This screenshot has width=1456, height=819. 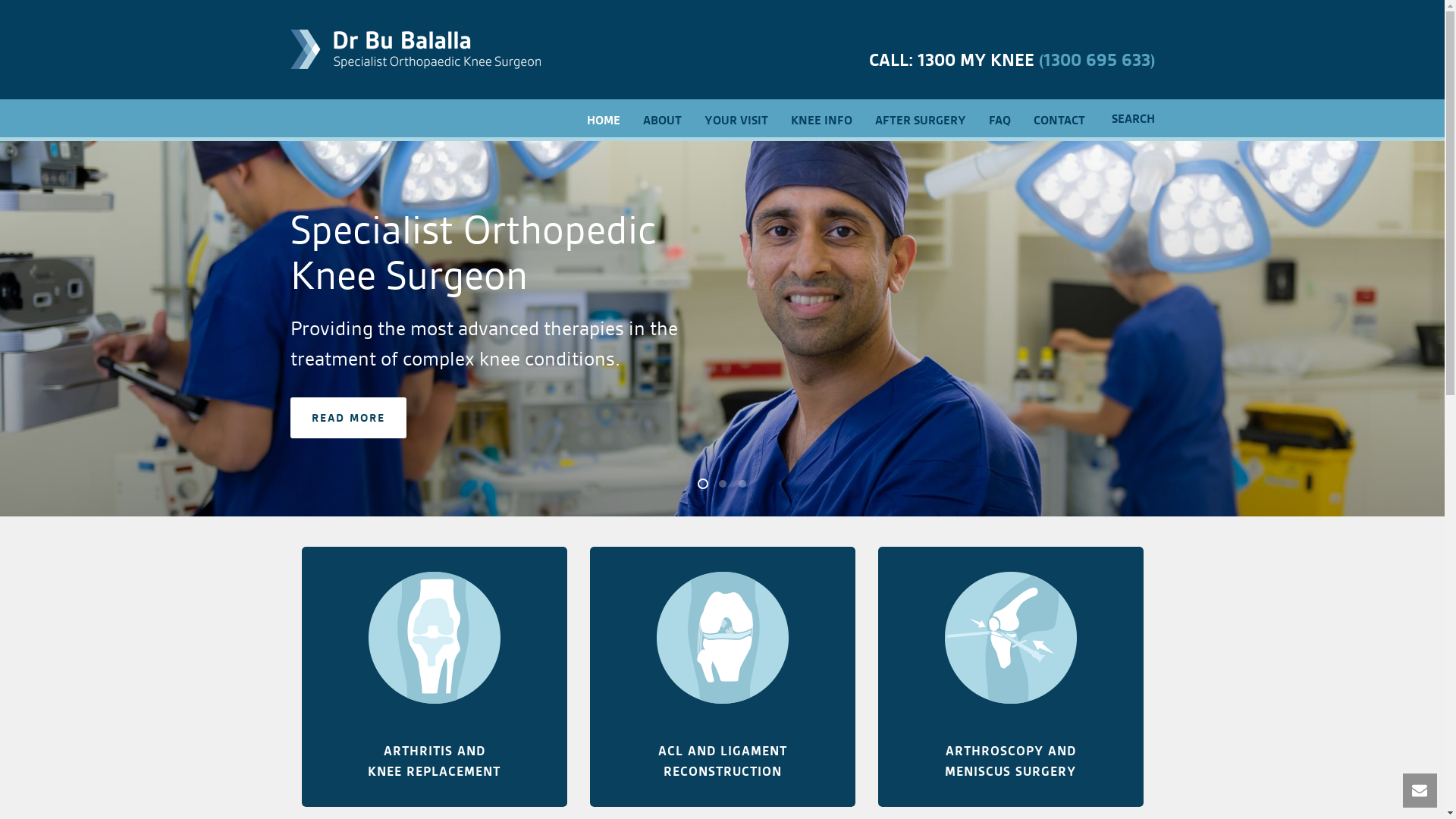 What do you see at coordinates (720, 637) in the screenshot?
I see `'ACL'` at bounding box center [720, 637].